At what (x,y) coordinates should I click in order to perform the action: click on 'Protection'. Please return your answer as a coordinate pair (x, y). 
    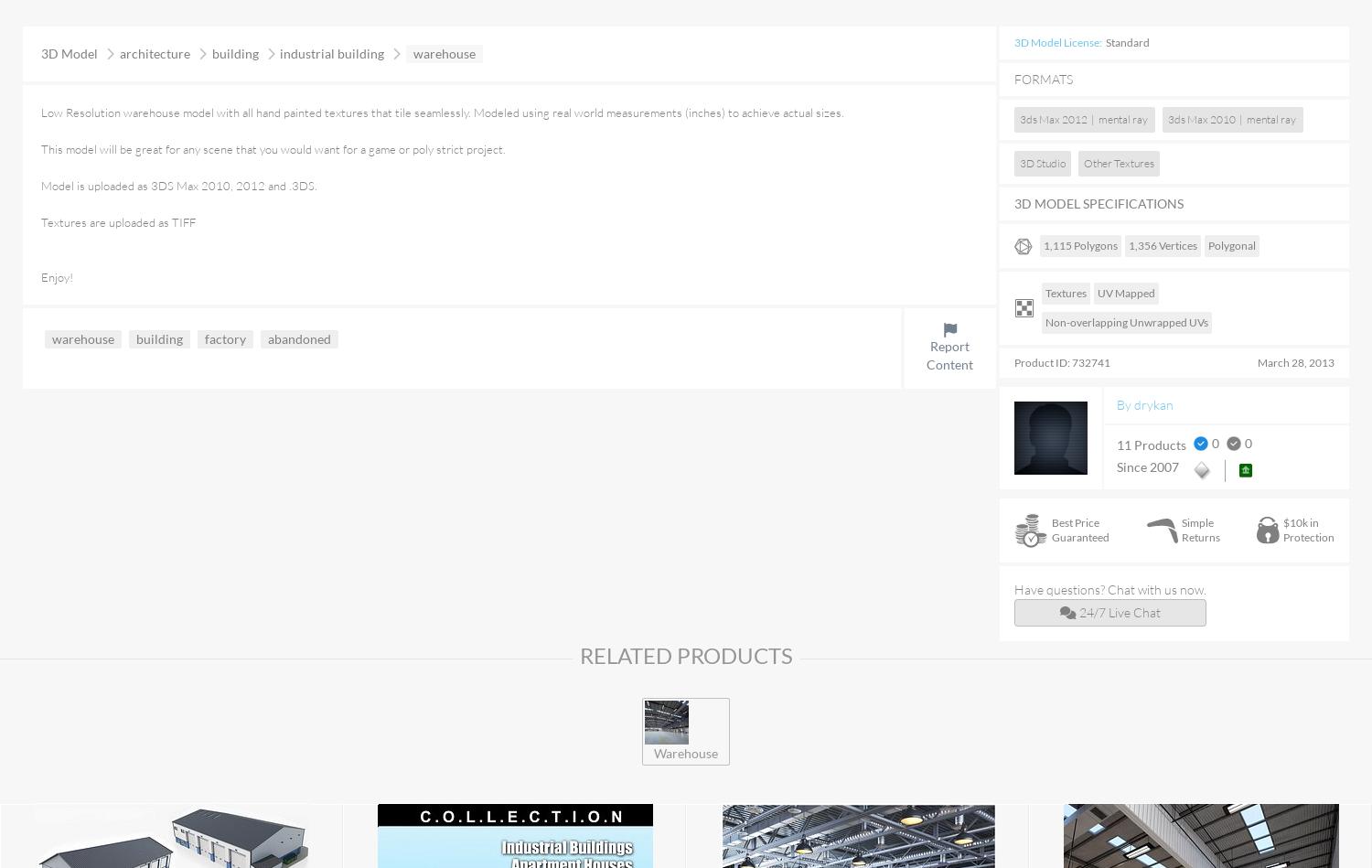
    Looking at the image, I should click on (1309, 536).